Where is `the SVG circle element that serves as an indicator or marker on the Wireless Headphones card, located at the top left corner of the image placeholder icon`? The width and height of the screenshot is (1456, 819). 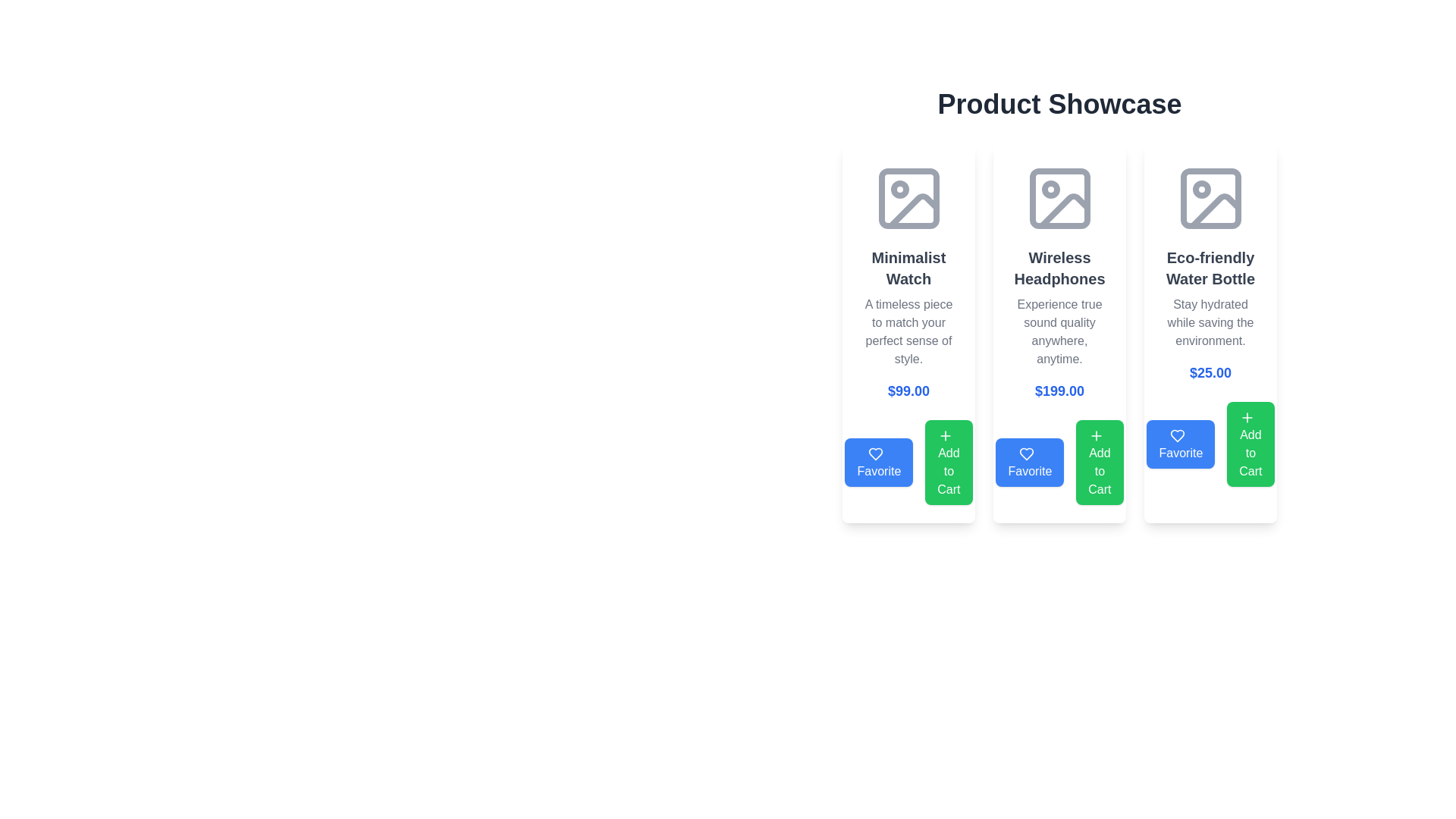 the SVG circle element that serves as an indicator or marker on the Wireless Headphones card, located at the top left corner of the image placeholder icon is located at coordinates (1050, 189).